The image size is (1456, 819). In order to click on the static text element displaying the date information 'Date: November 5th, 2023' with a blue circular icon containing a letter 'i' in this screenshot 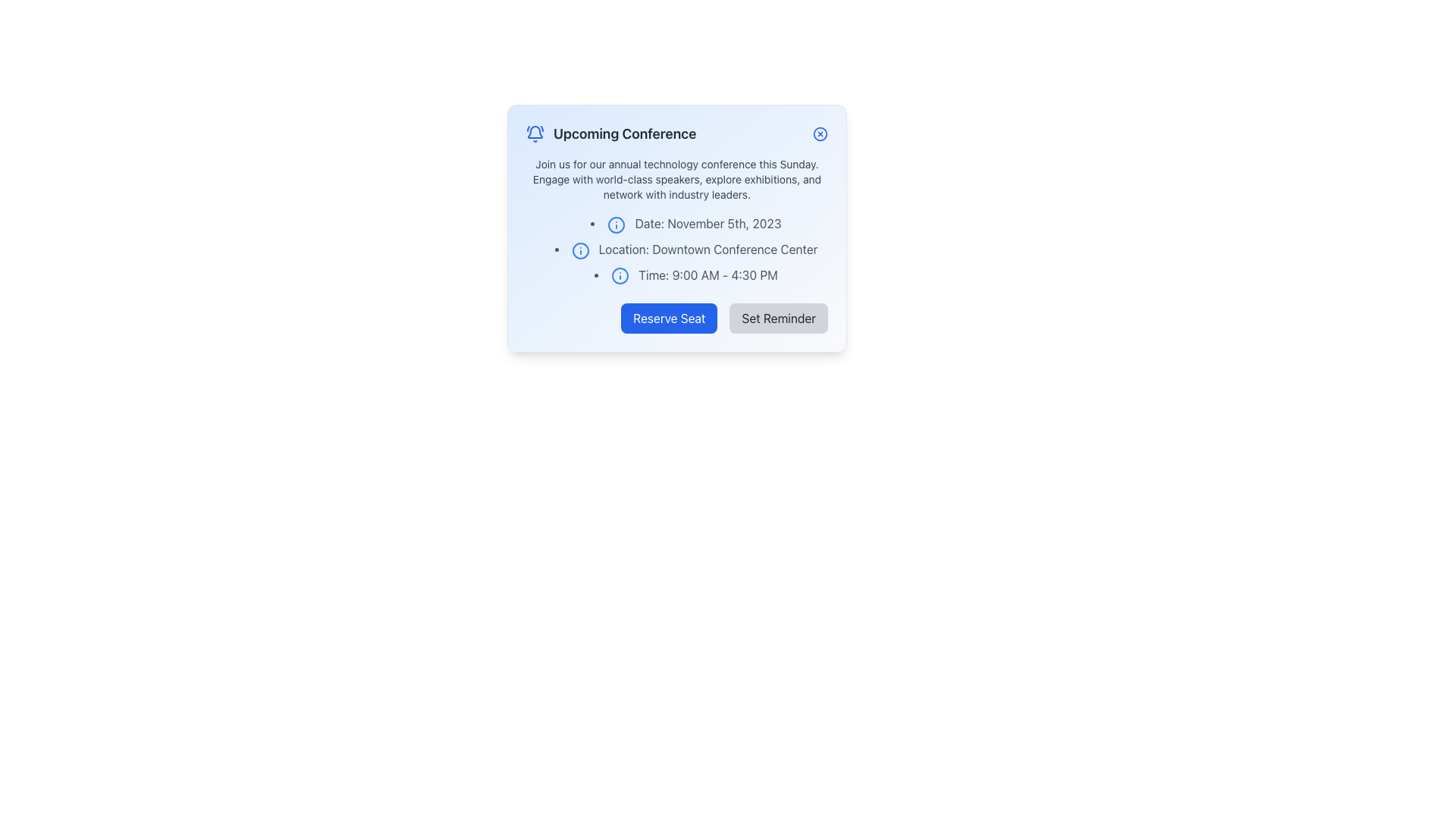, I will do `click(686, 223)`.